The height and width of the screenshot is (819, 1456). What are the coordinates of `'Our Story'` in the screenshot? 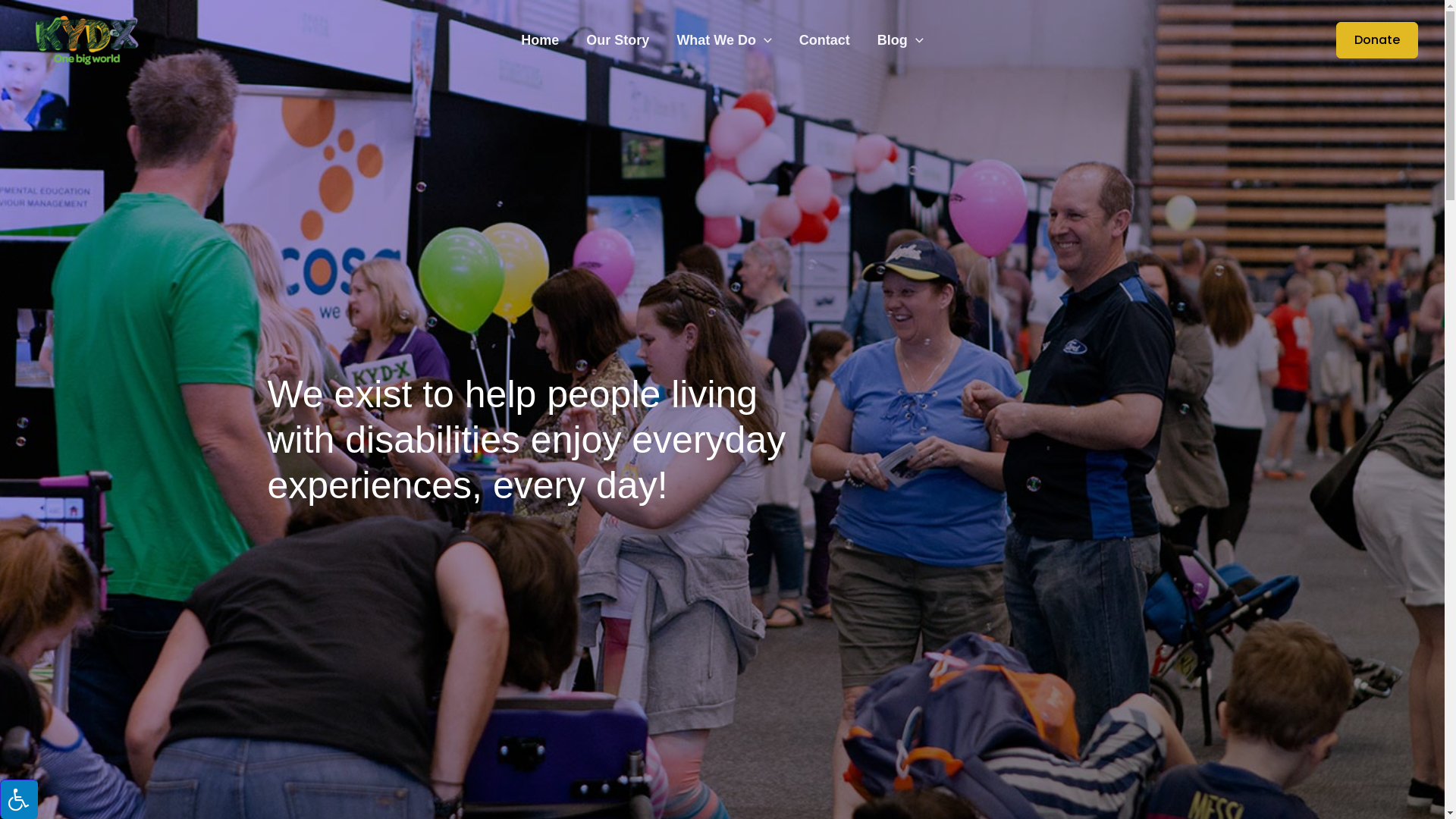 It's located at (617, 39).